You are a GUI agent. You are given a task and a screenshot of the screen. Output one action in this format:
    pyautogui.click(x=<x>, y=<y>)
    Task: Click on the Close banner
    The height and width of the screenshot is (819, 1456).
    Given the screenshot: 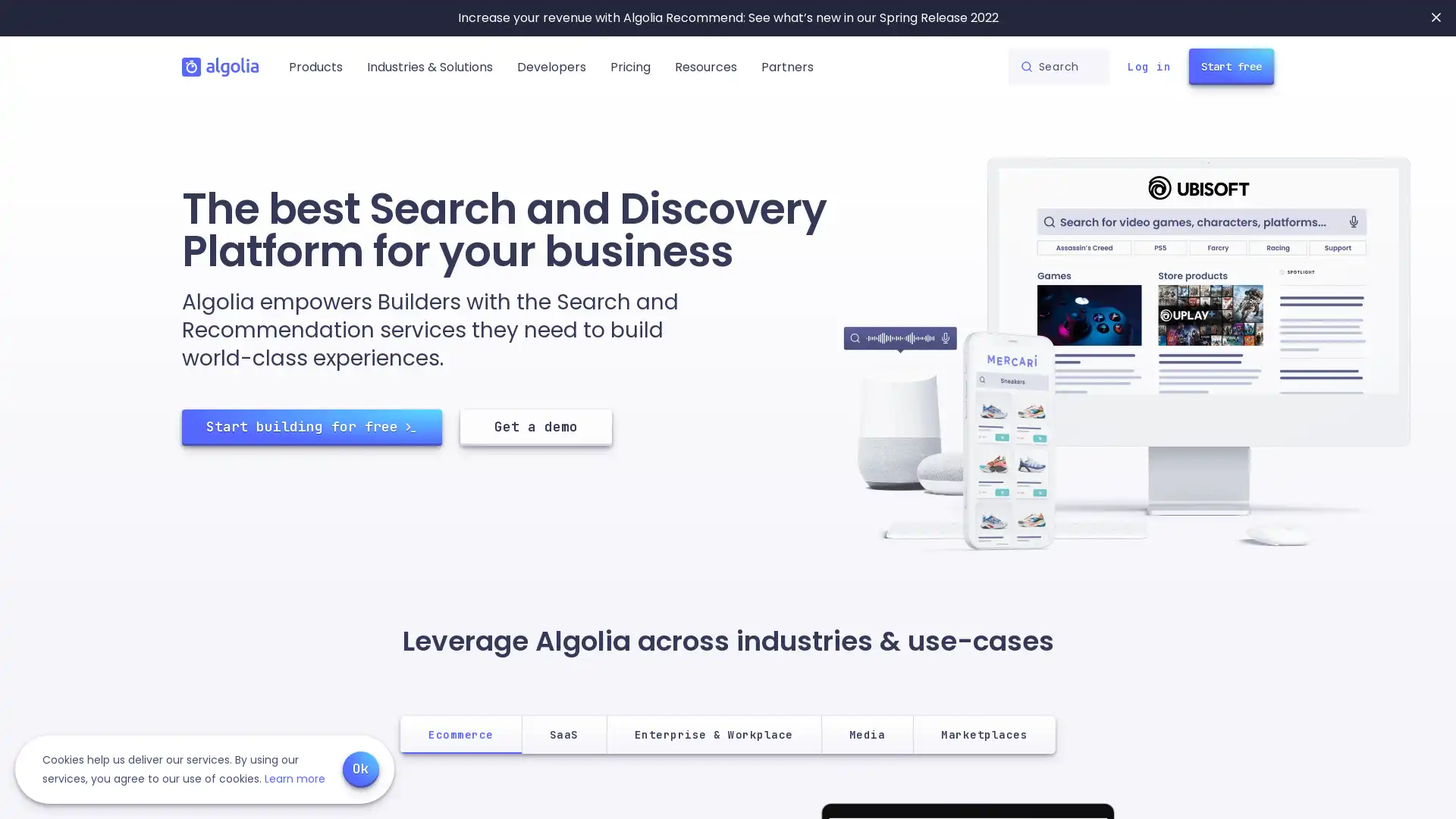 What is the action you would take?
    pyautogui.click(x=1436, y=17)
    